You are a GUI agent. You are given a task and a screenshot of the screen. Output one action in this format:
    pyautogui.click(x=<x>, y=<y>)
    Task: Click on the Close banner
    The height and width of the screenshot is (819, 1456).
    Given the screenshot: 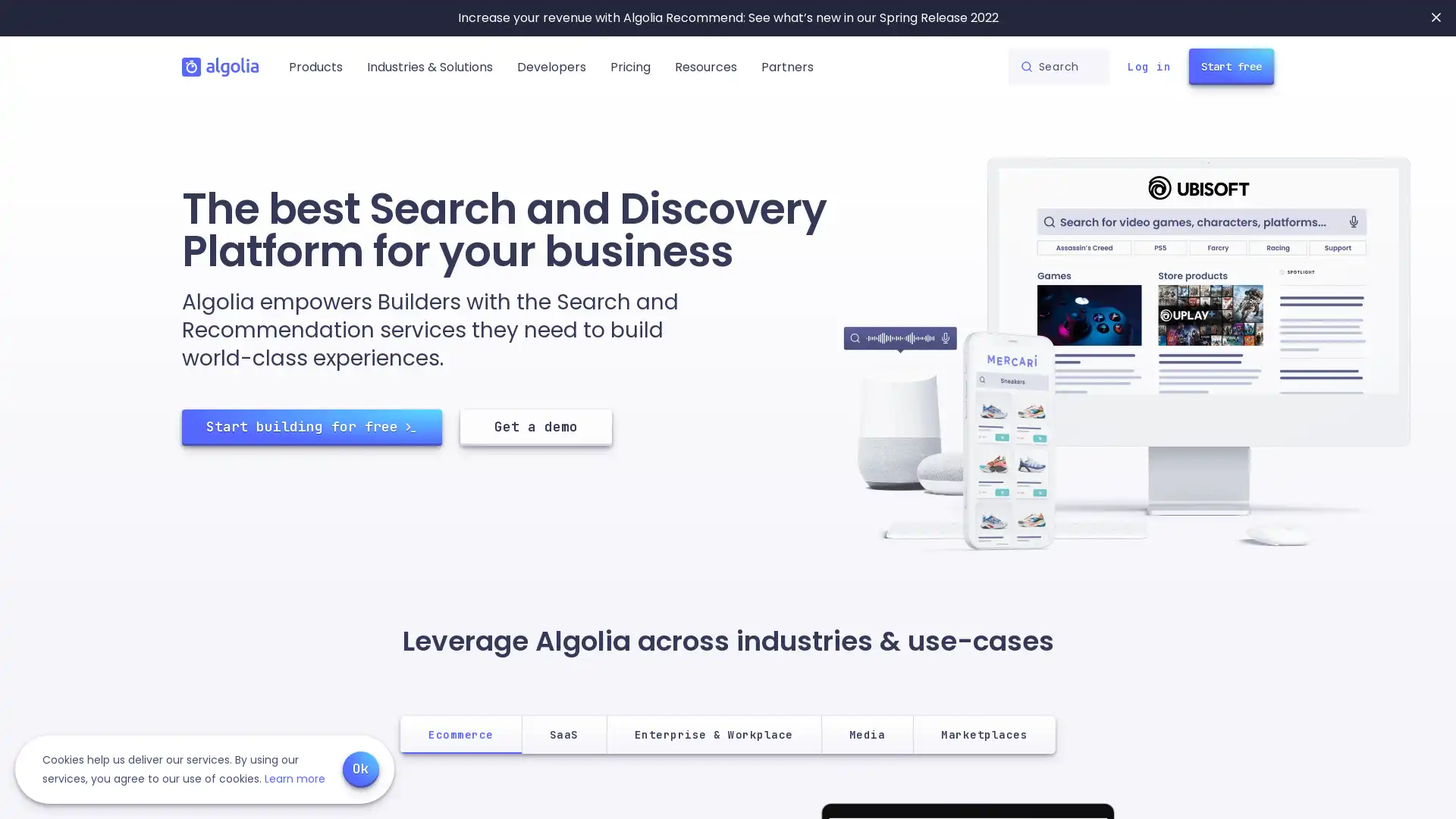 What is the action you would take?
    pyautogui.click(x=1436, y=17)
    